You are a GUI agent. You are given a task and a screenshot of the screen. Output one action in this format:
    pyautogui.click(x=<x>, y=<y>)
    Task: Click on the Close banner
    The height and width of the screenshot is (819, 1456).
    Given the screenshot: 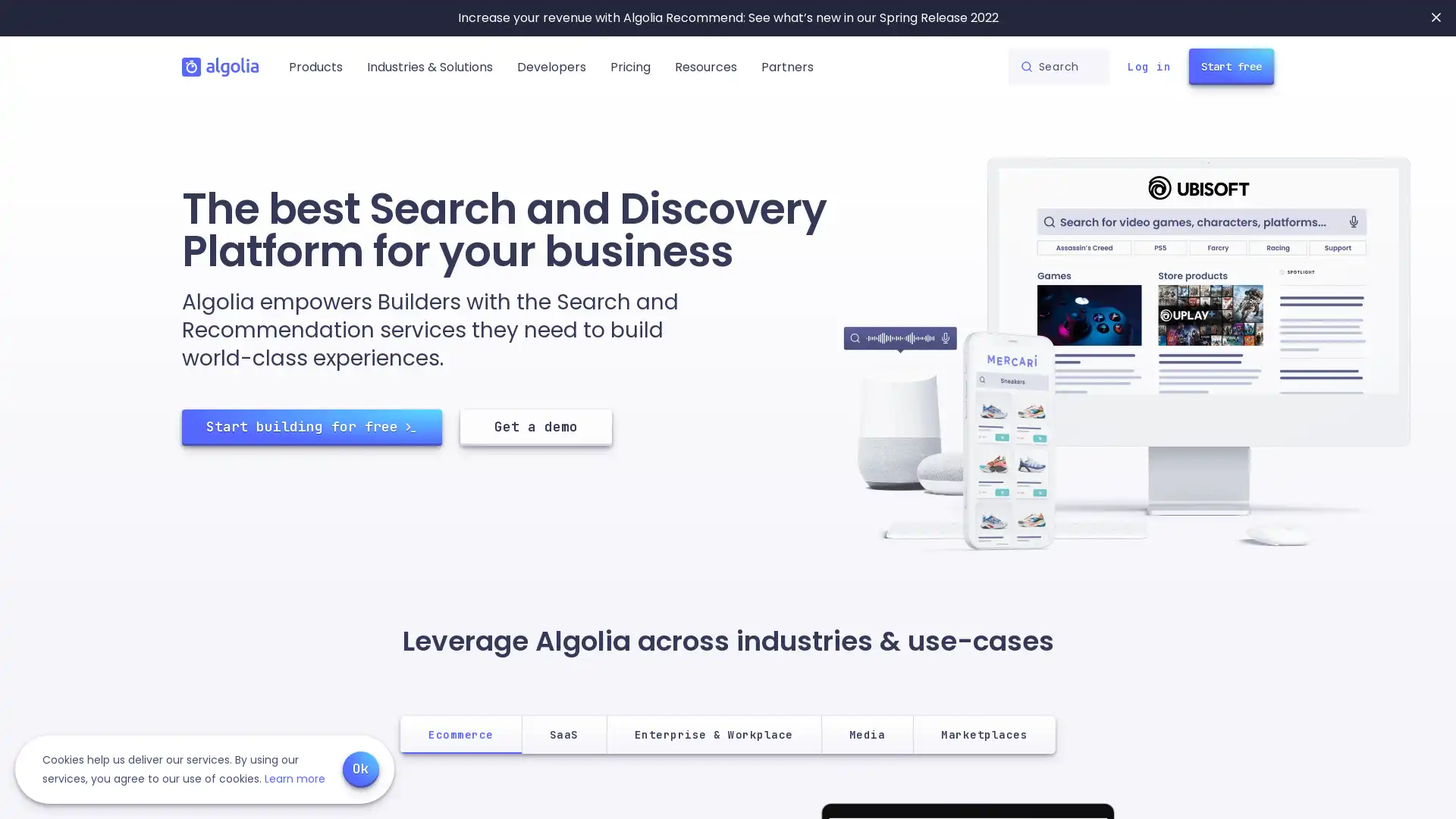 What is the action you would take?
    pyautogui.click(x=1436, y=17)
    